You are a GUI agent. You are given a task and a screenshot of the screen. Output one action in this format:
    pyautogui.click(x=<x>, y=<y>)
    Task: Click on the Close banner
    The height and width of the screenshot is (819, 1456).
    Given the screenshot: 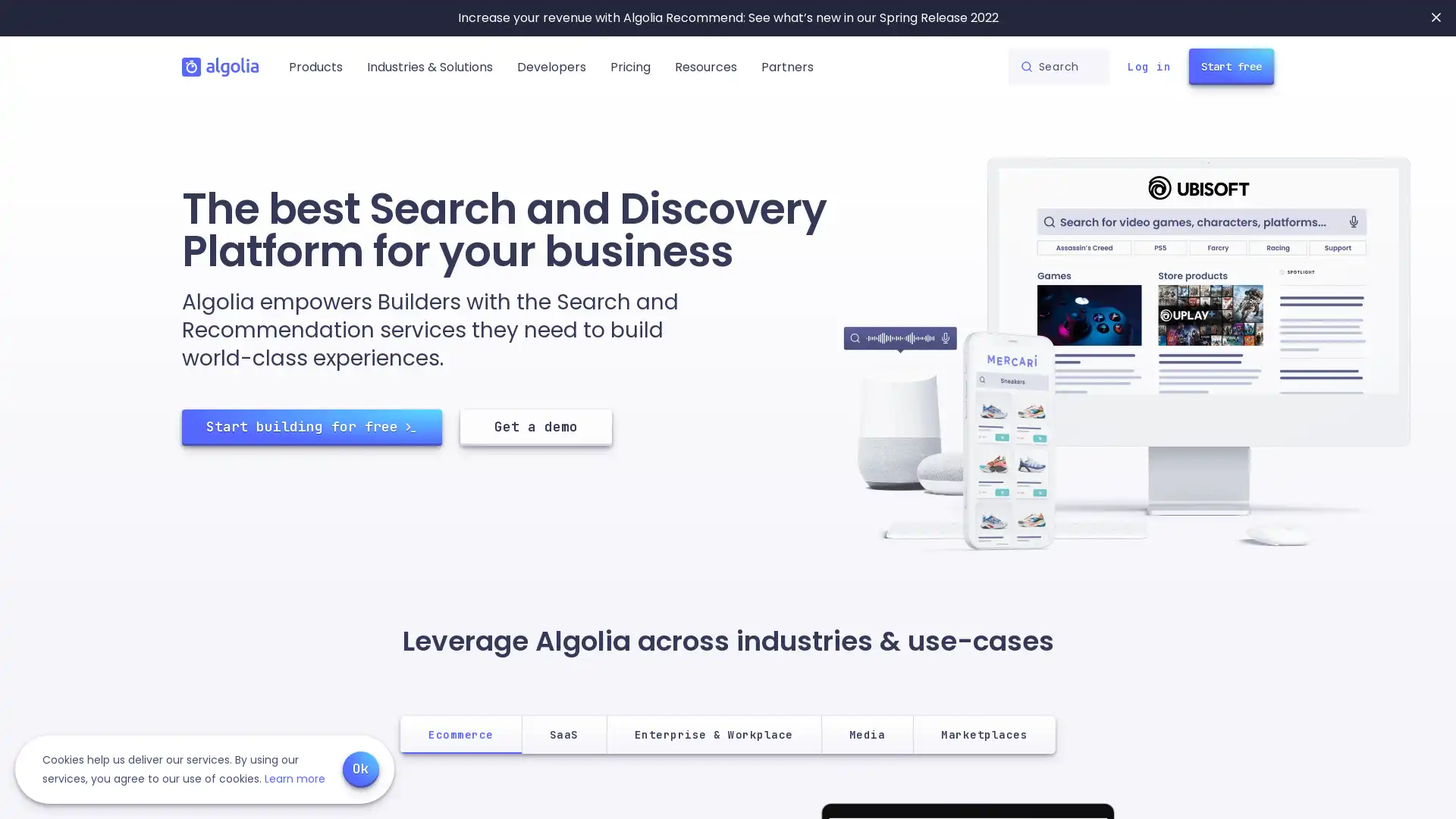 What is the action you would take?
    pyautogui.click(x=1436, y=17)
    